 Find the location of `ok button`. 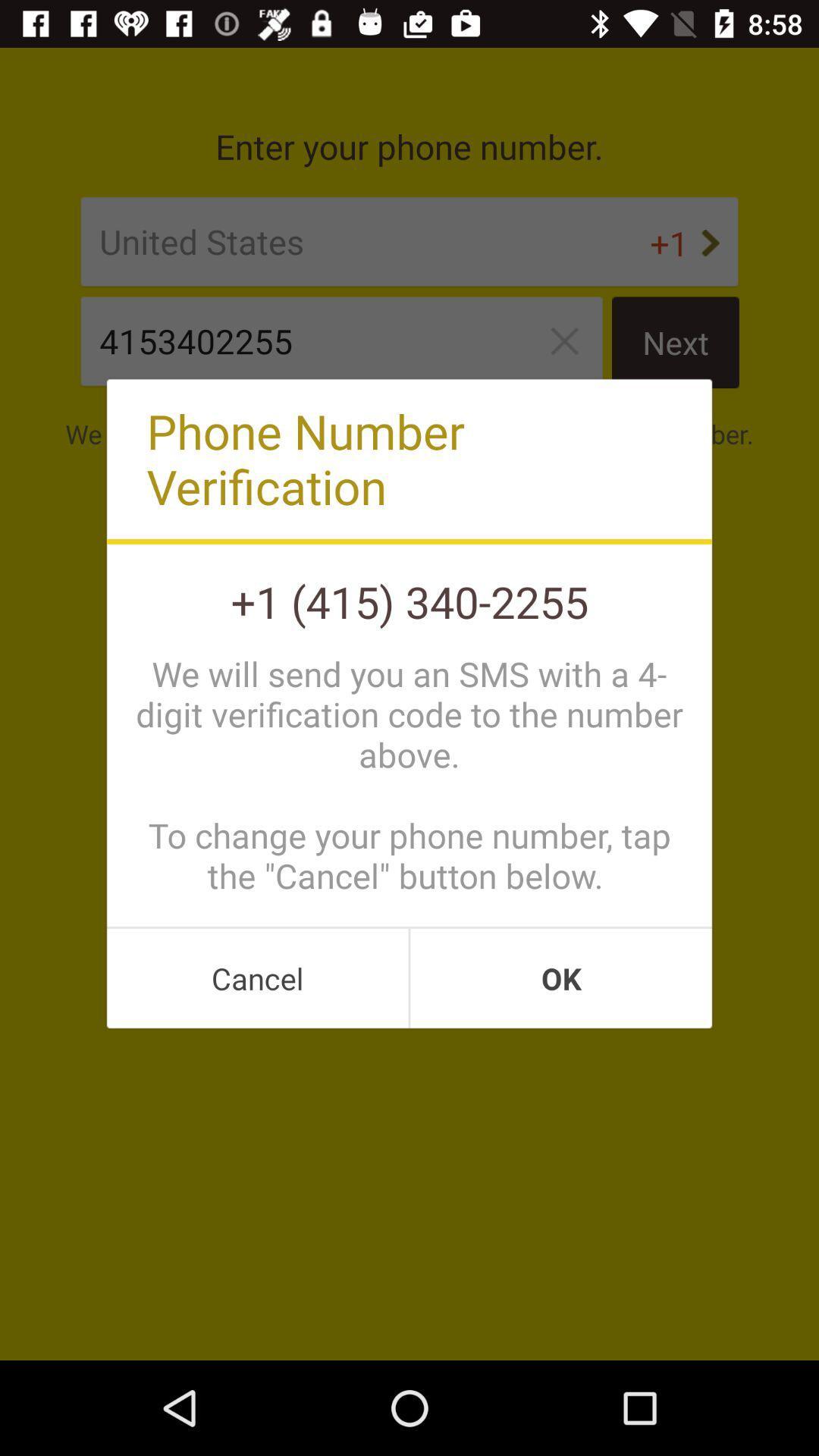

ok button is located at coordinates (561, 978).